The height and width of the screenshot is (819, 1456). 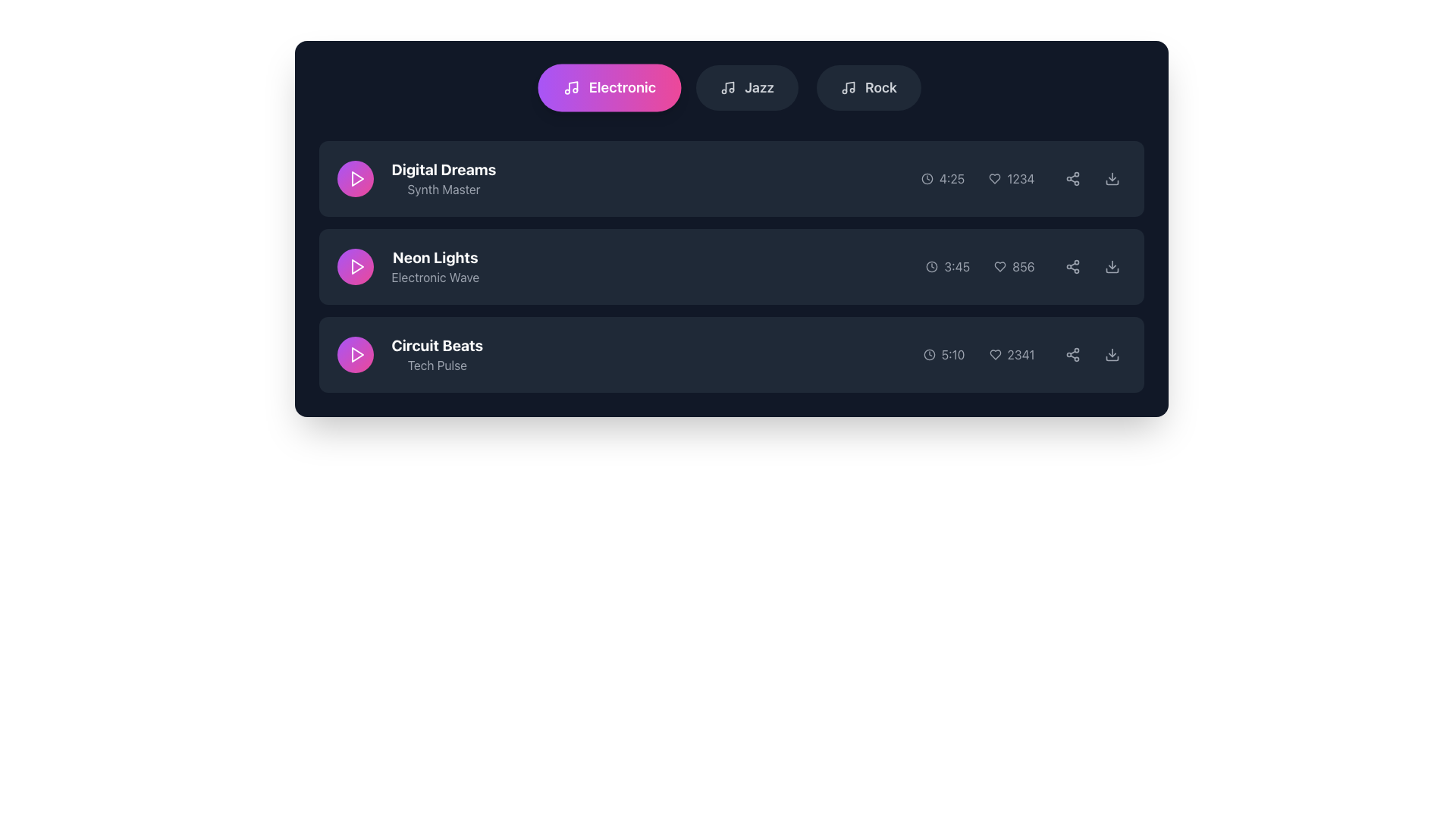 What do you see at coordinates (1023, 177) in the screenshot?
I see `the Display component that shows the duration and number of likes for the media item 'Digital Dreams', located in the first list item near the right side` at bounding box center [1023, 177].